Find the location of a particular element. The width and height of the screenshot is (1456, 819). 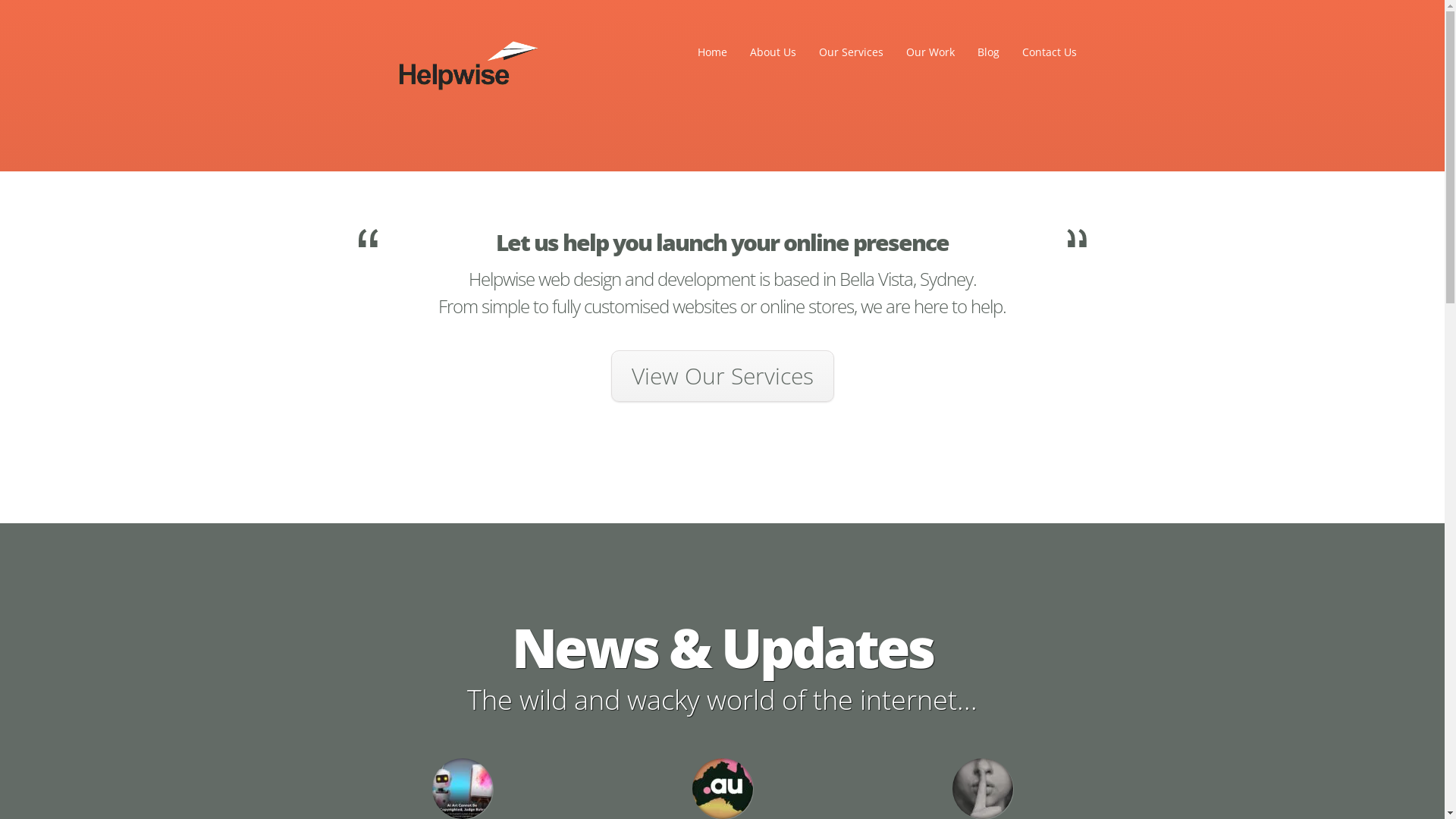

'Our Work' is located at coordinates (930, 52).